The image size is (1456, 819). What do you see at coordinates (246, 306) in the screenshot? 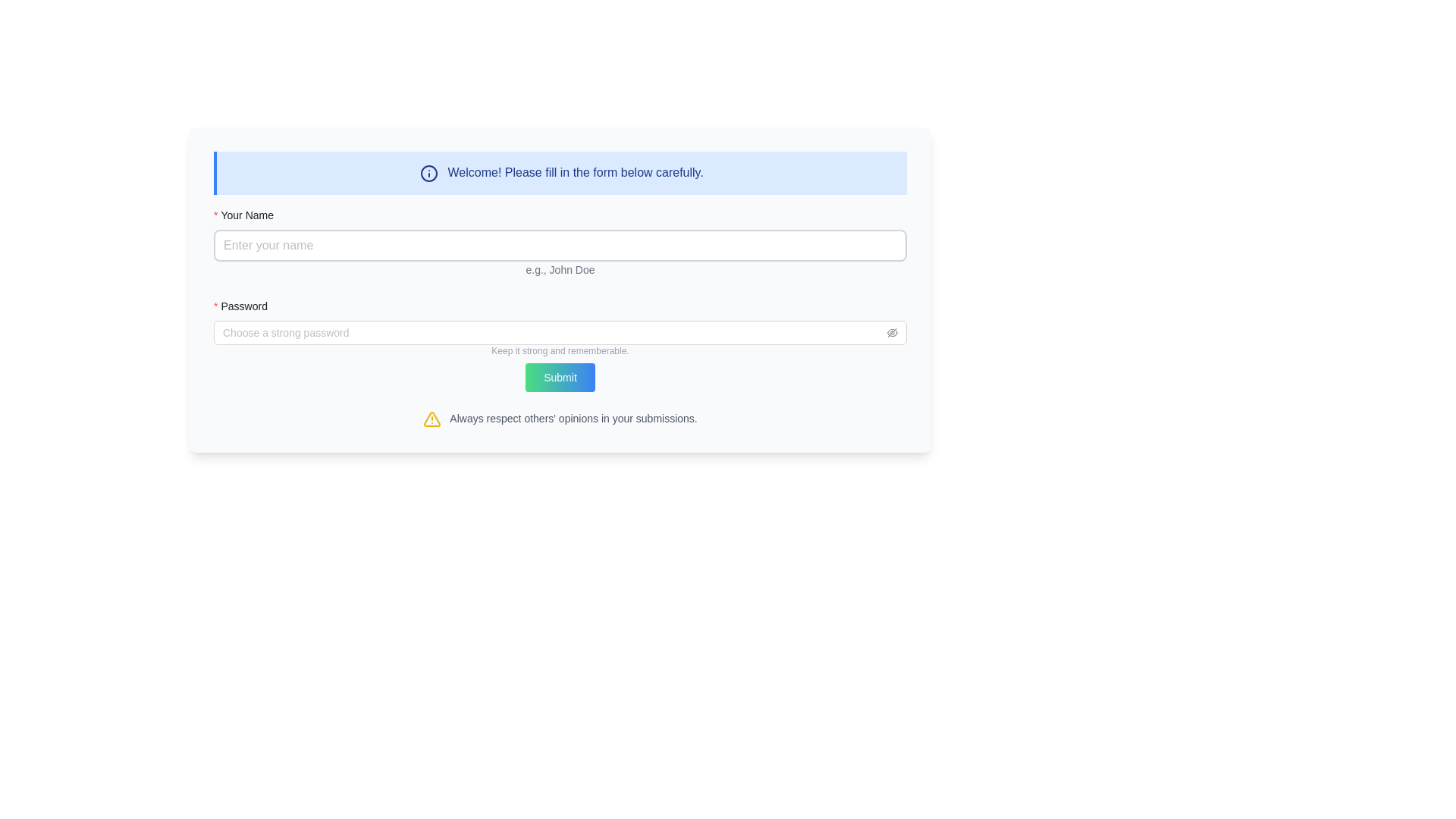
I see `the password label, which indicates that the user needs to enter a password in the associated field, located centrally above the password input field` at bounding box center [246, 306].